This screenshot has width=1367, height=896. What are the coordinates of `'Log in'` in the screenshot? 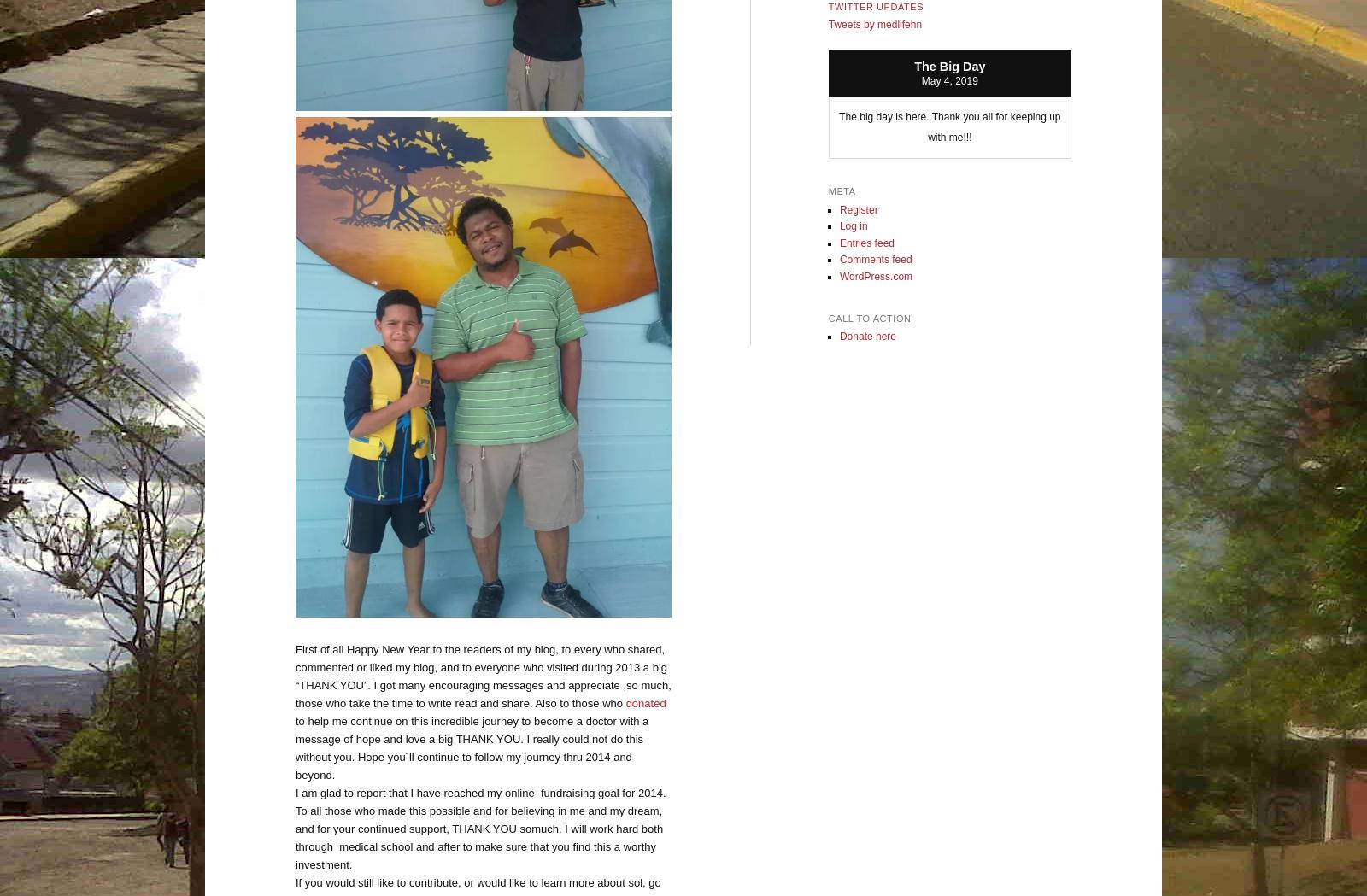 It's located at (852, 225).